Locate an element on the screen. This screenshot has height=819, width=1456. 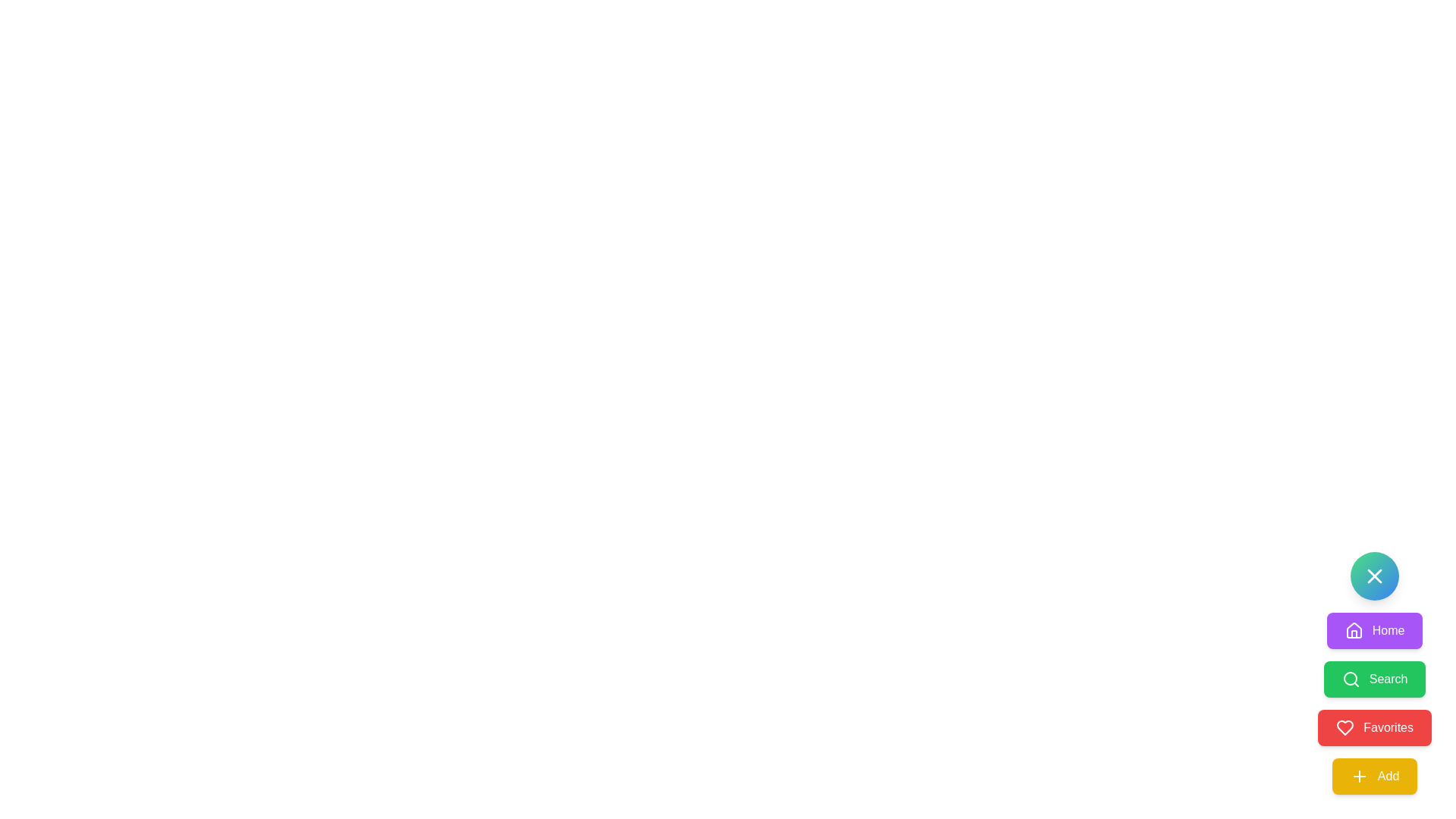
the 'Favorites' button, which is a bright red rectangular button with white text and a heart icon, positioned below the 'Search' button and above the 'Add' button is located at coordinates (1375, 727).